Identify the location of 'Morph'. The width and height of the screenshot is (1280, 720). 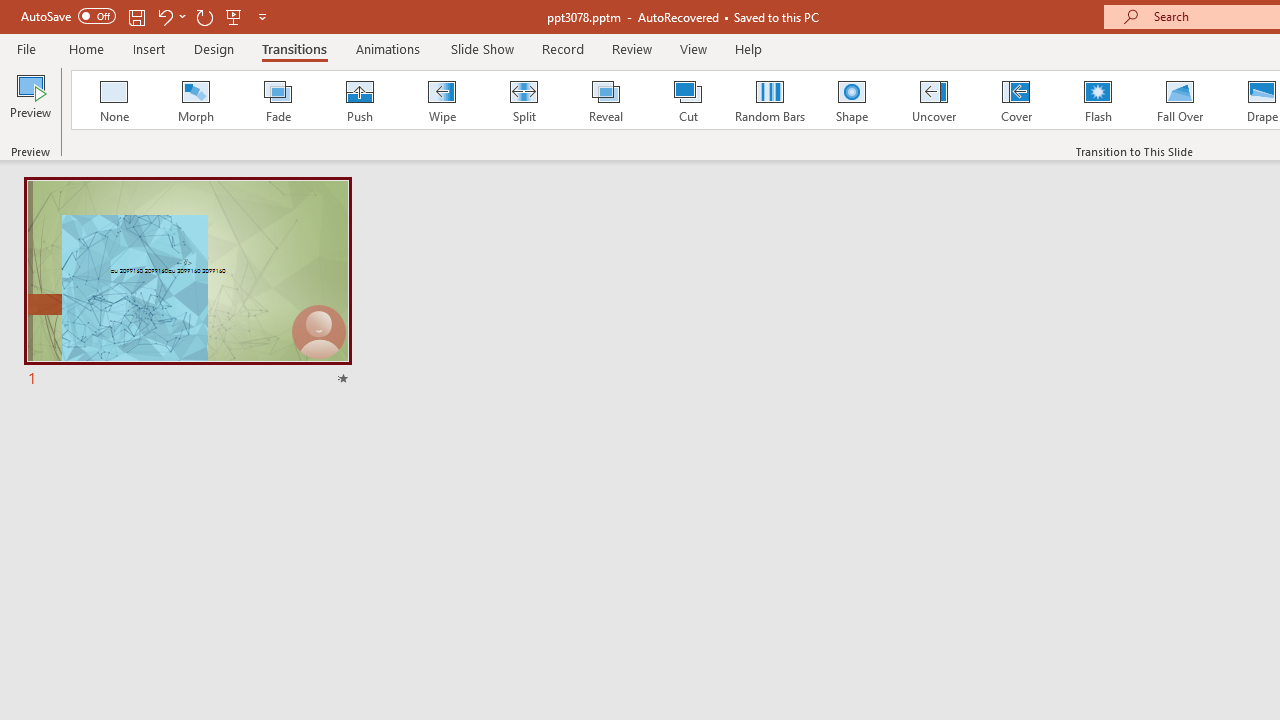
(195, 100).